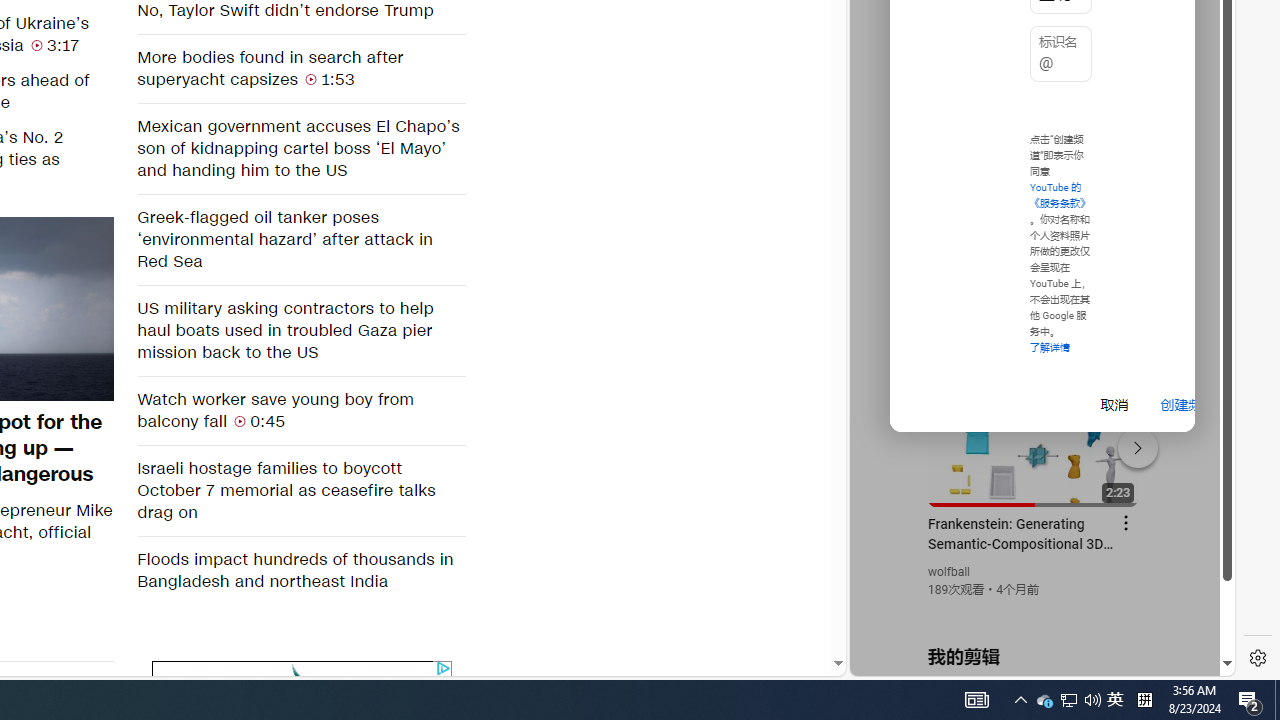  What do you see at coordinates (1276, 698) in the screenshot?
I see `'Show desktop'` at bounding box center [1276, 698].